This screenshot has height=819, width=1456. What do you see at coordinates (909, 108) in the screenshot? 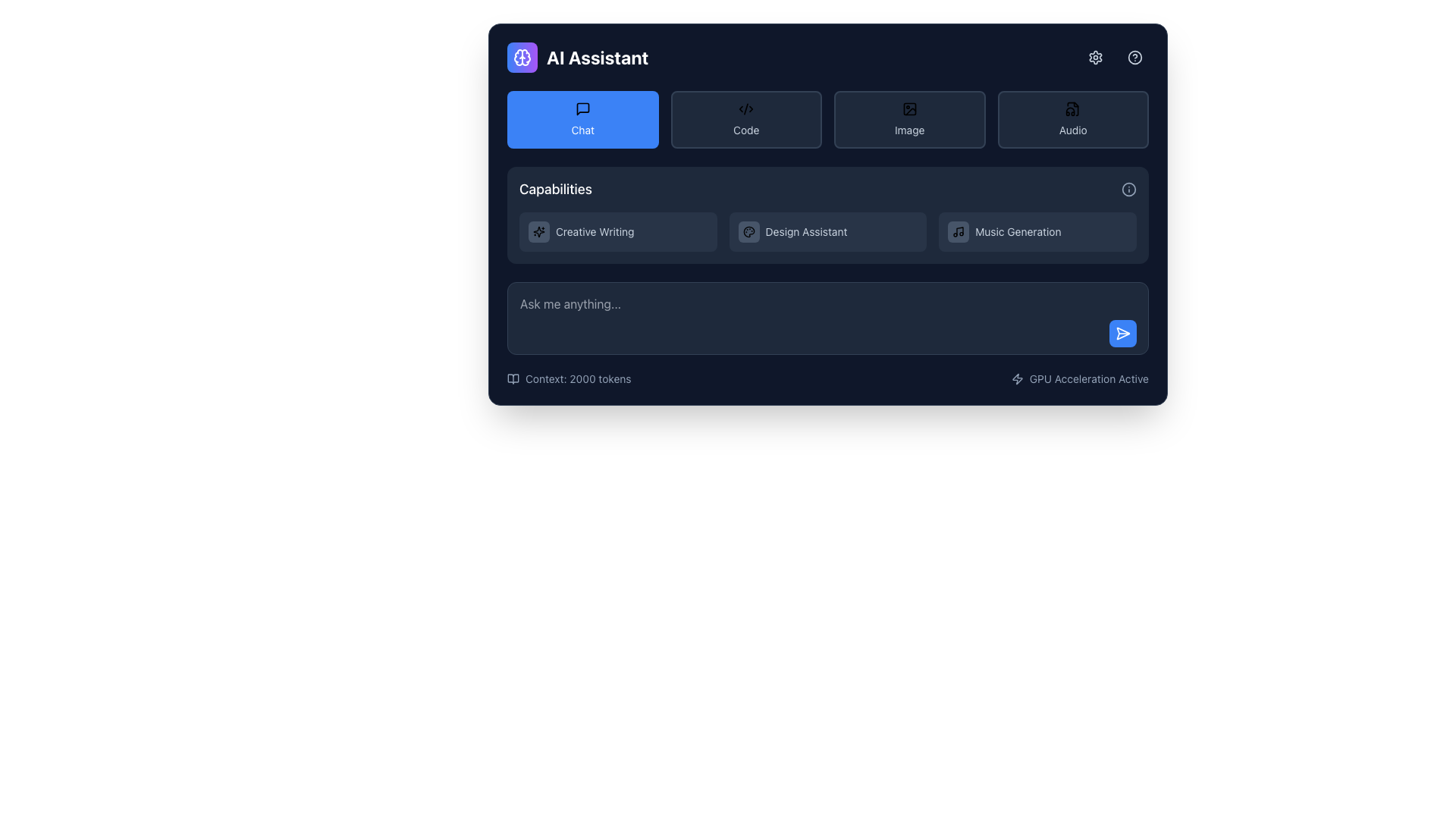
I see `the icon within the 'Image' button` at bounding box center [909, 108].